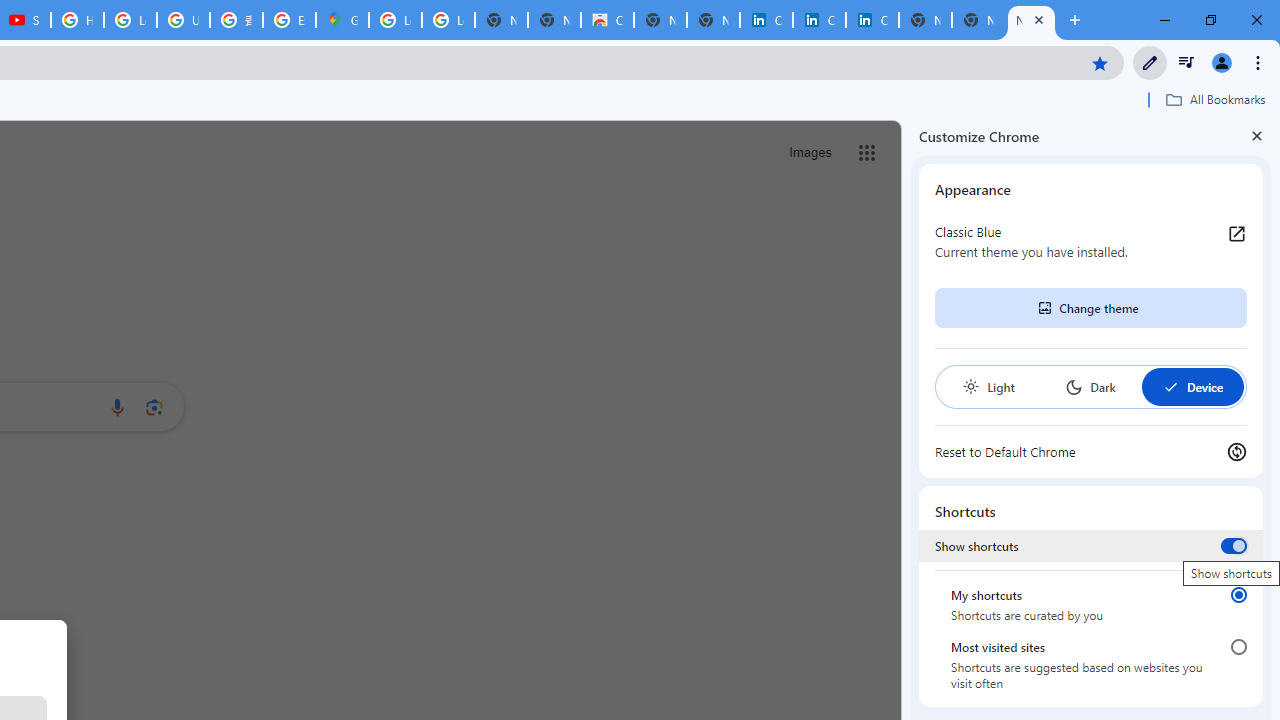  I want to click on 'New Tab', so click(1031, 20).